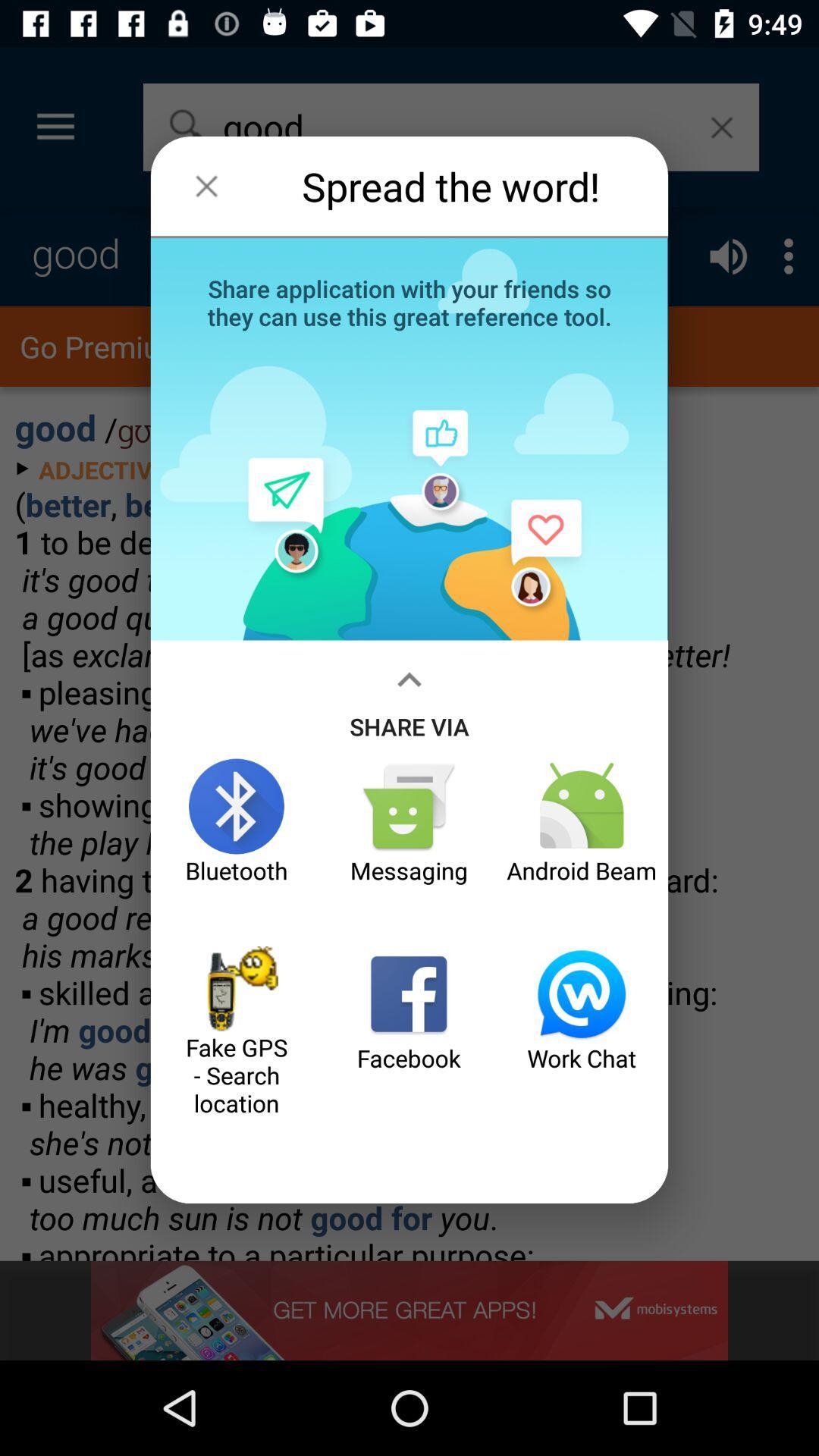 This screenshot has width=819, height=1456. I want to click on share application with, so click(409, 301).